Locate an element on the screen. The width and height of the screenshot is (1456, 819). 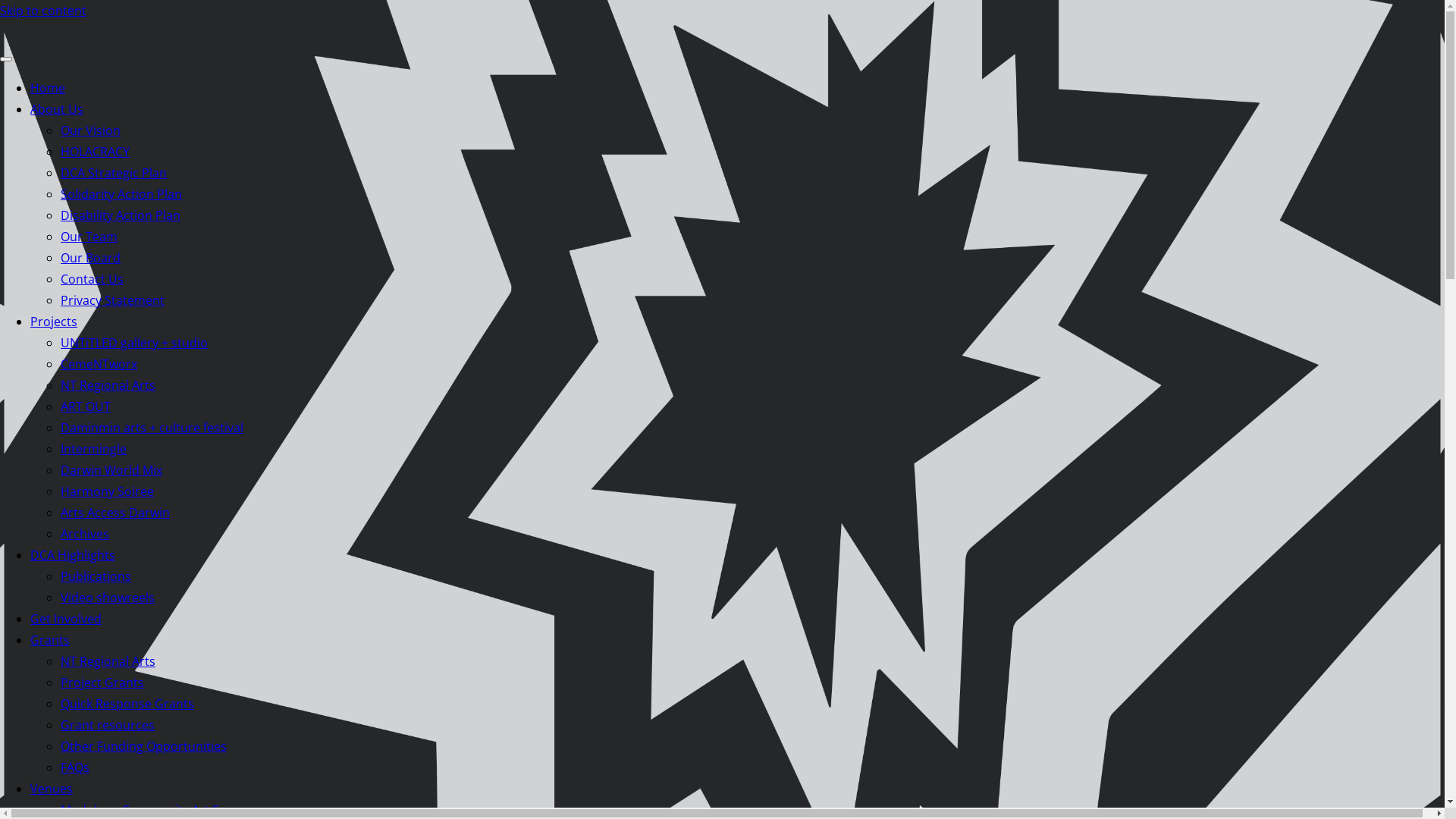
'Grant resources' is located at coordinates (61, 724).